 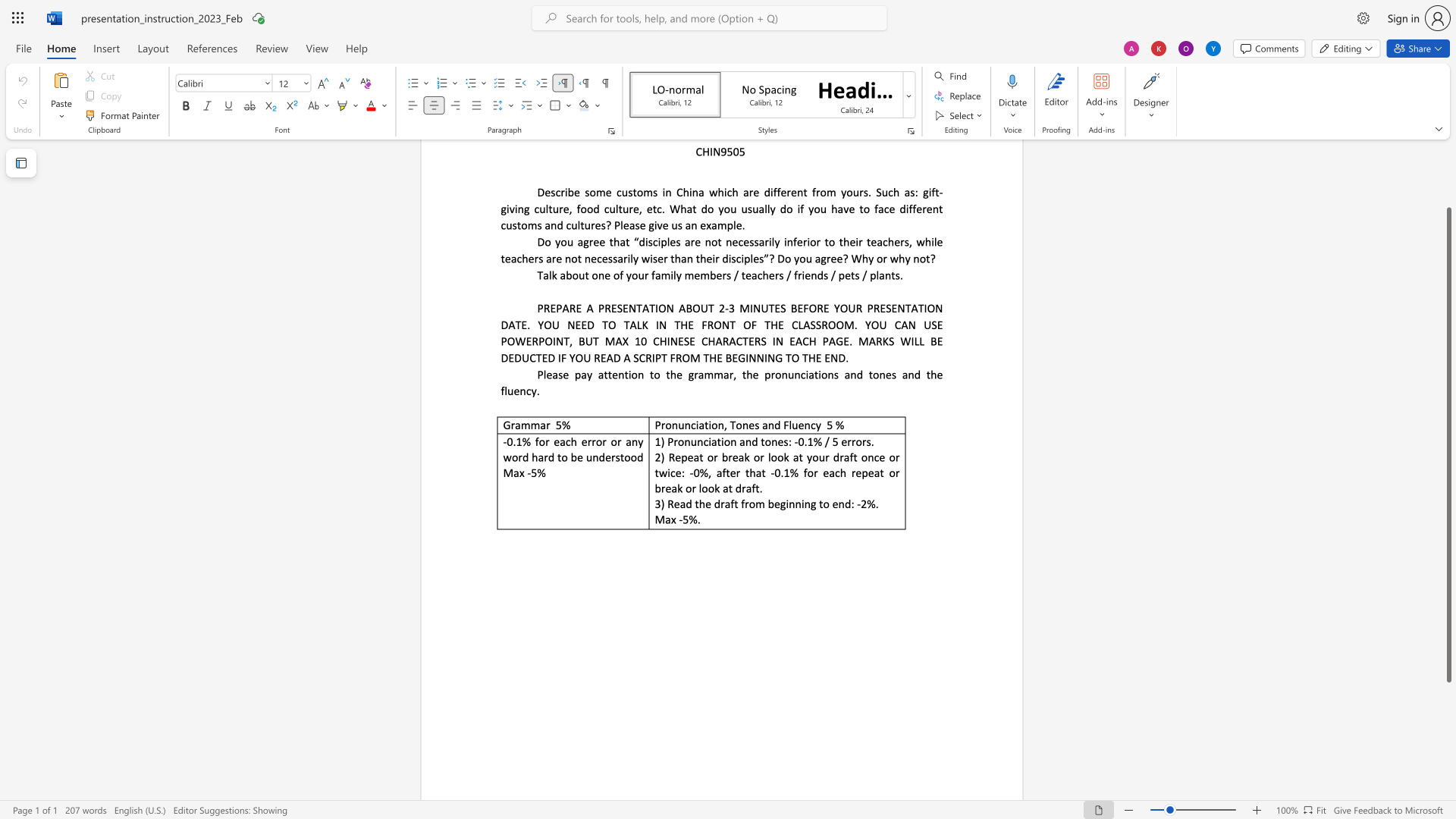 I want to click on the scrollbar to move the view up, so click(x=1448, y=189).